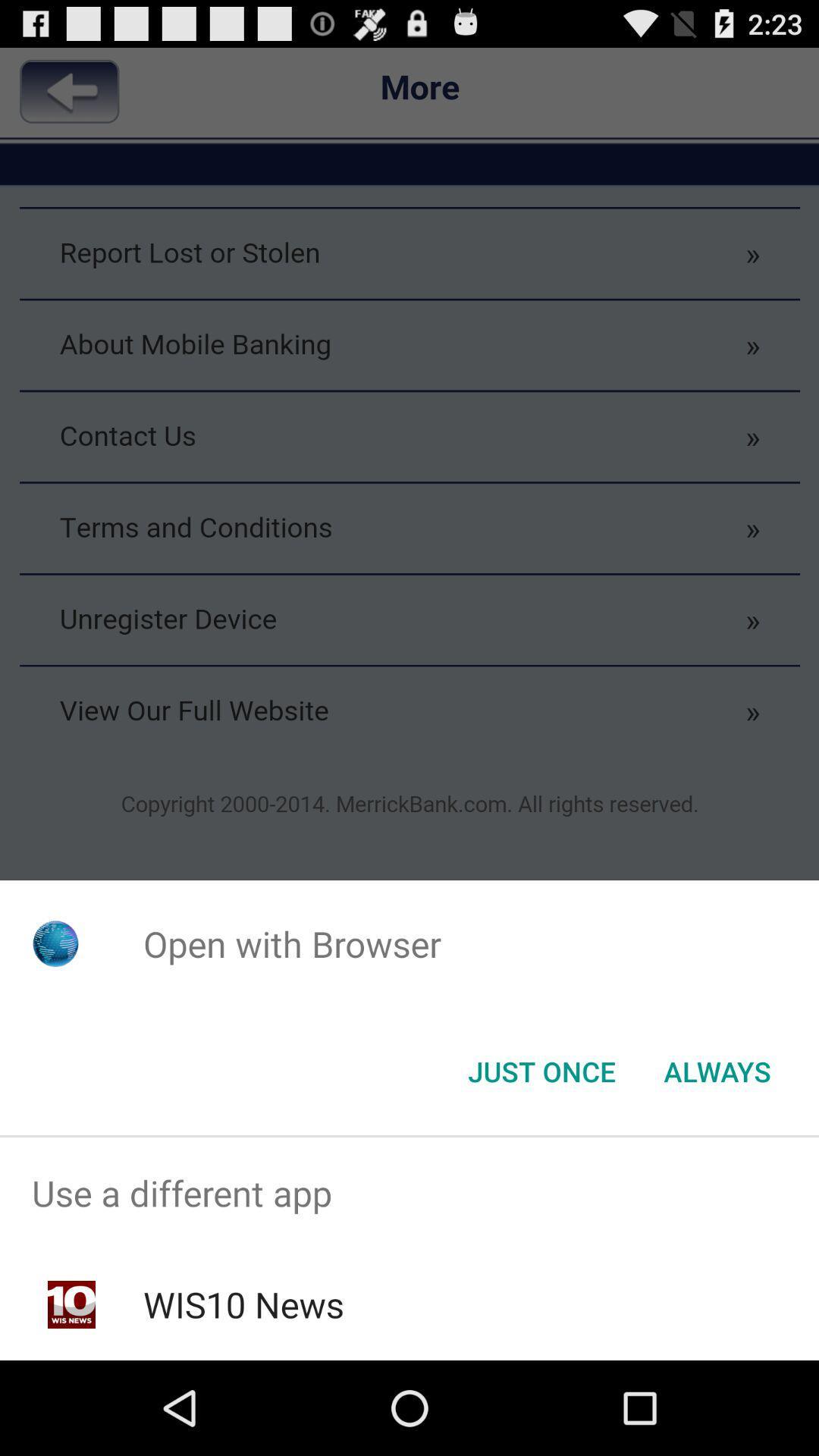  What do you see at coordinates (717, 1070) in the screenshot?
I see `icon at the bottom right corner` at bounding box center [717, 1070].